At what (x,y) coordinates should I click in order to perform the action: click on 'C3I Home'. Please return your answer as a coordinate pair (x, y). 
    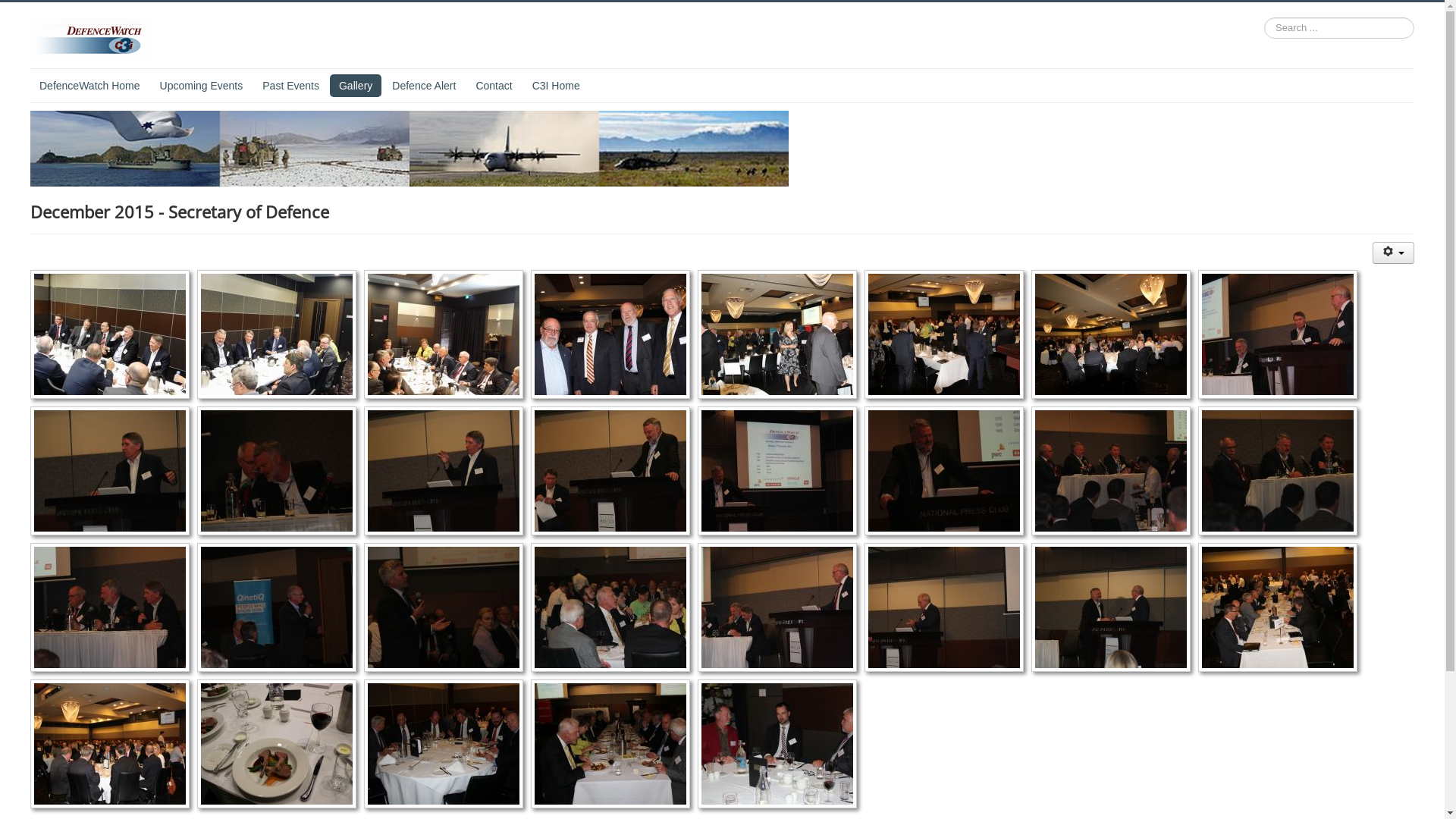
    Looking at the image, I should click on (555, 85).